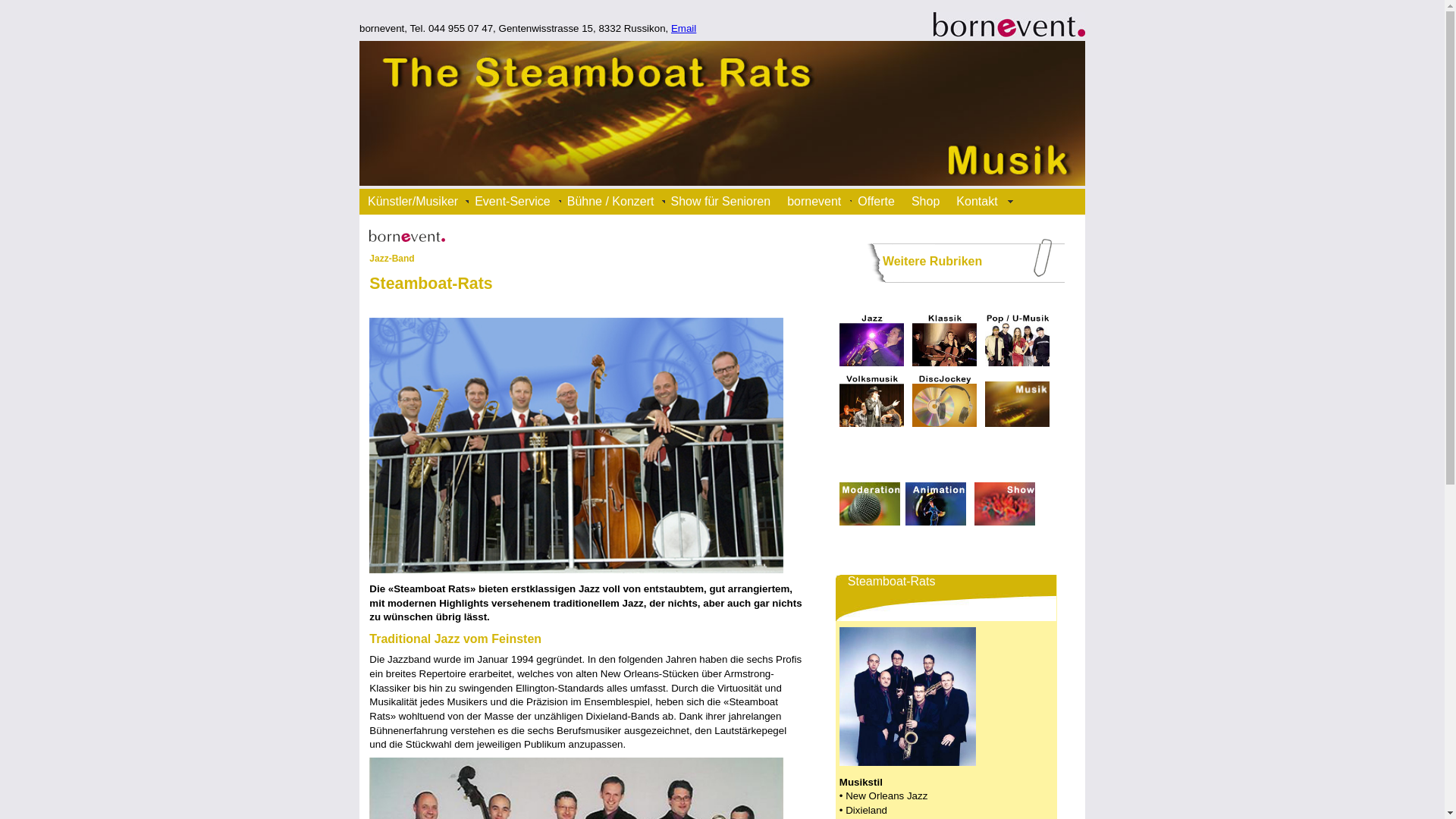  What do you see at coordinates (819, 201) in the screenshot?
I see `'bornevent'` at bounding box center [819, 201].